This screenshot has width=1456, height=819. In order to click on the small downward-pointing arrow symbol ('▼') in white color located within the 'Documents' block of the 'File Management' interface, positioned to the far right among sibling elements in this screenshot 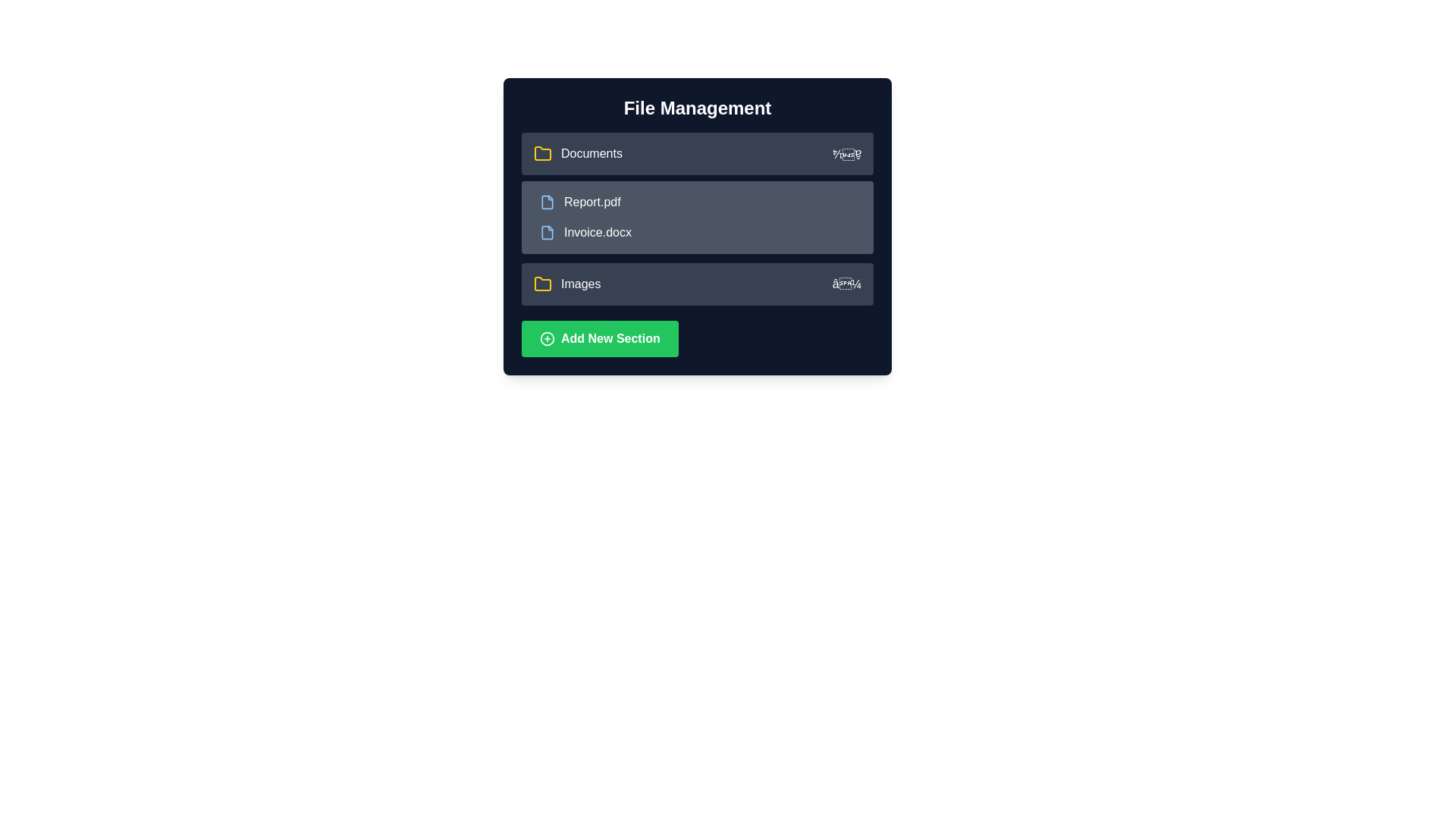, I will do `click(846, 154)`.